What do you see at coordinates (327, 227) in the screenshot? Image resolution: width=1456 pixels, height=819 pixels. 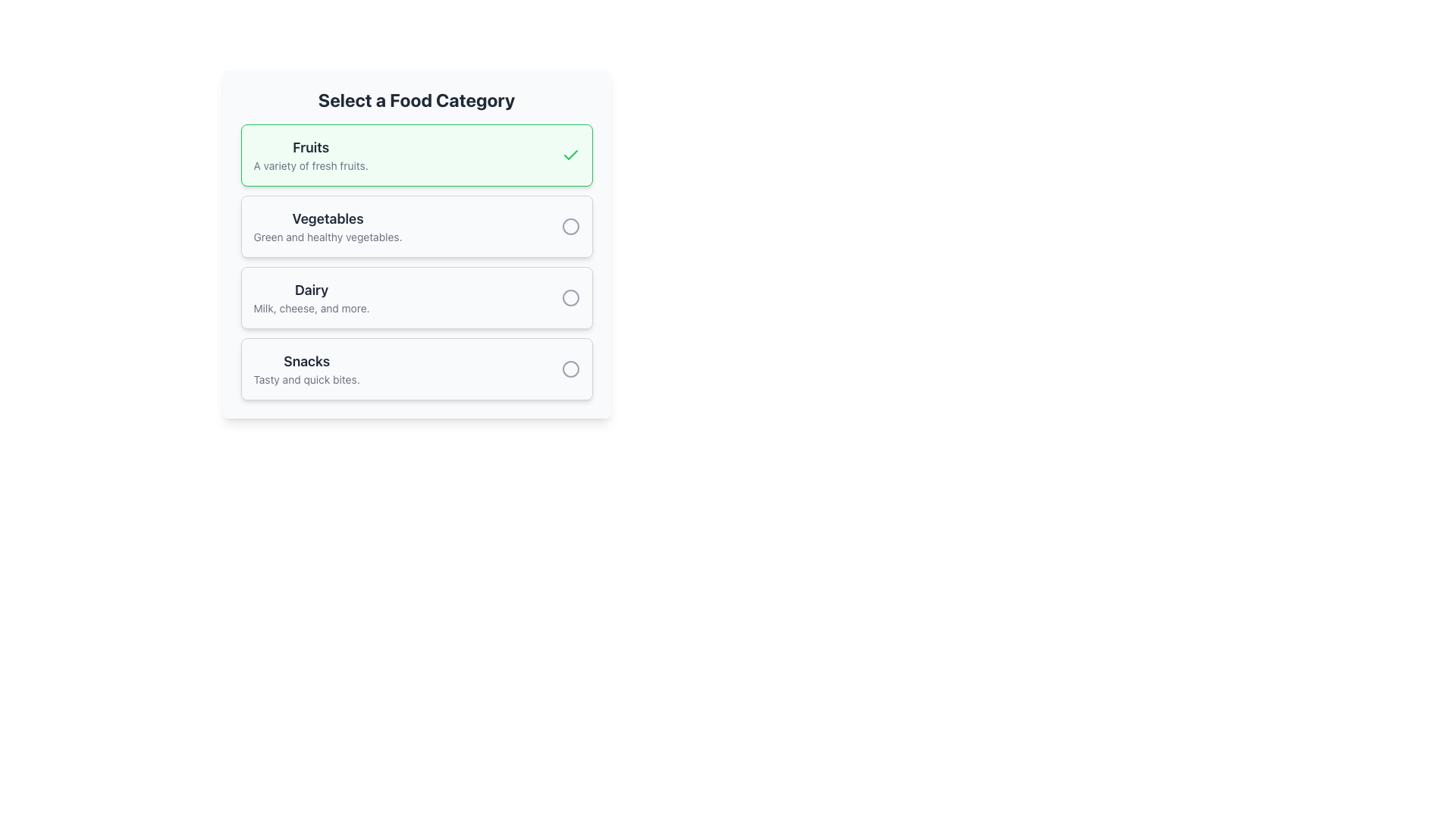 I see `the 'Vegetables' text block within the food category selection interface` at bounding box center [327, 227].